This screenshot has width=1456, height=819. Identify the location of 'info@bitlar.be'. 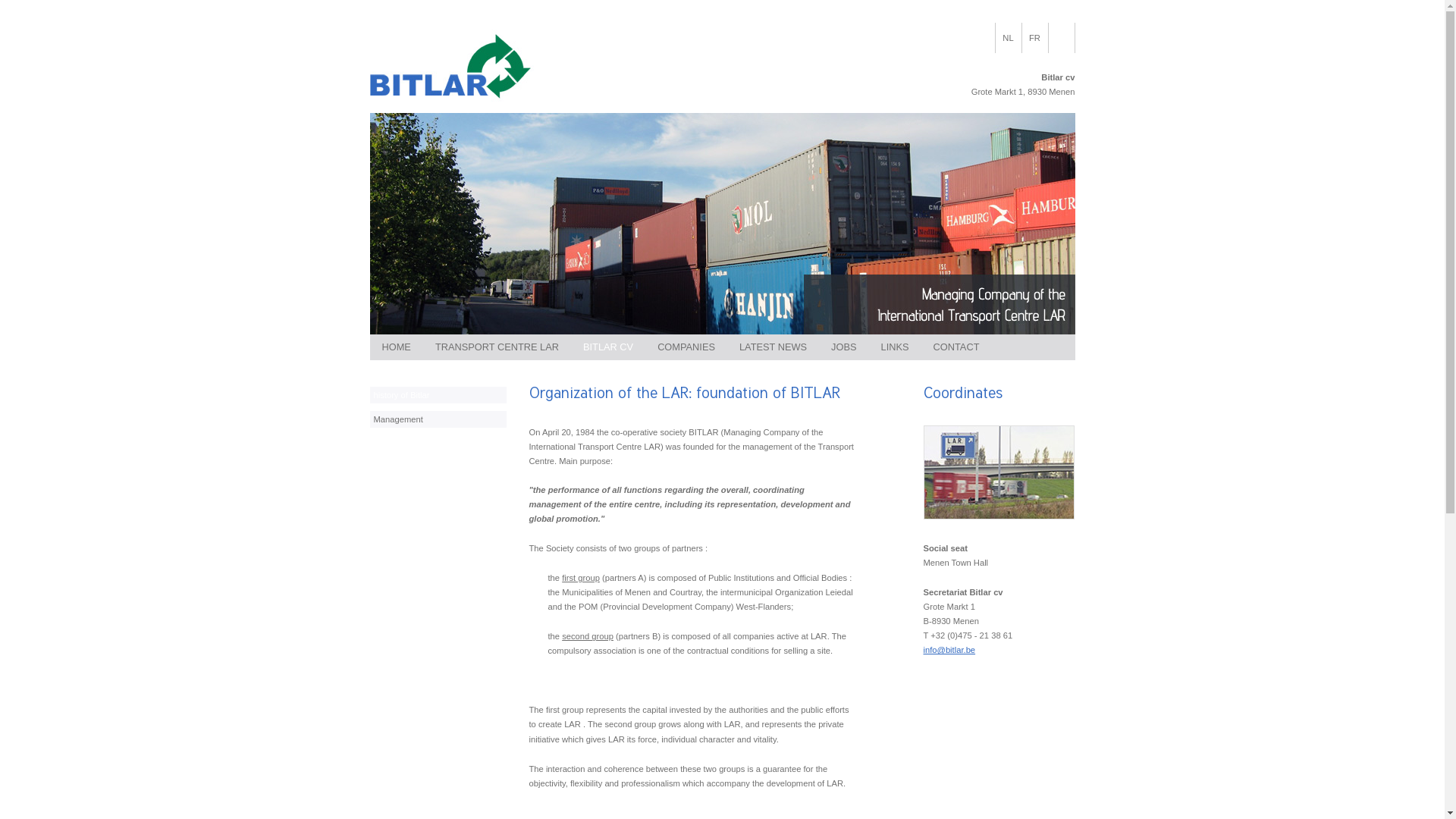
(923, 648).